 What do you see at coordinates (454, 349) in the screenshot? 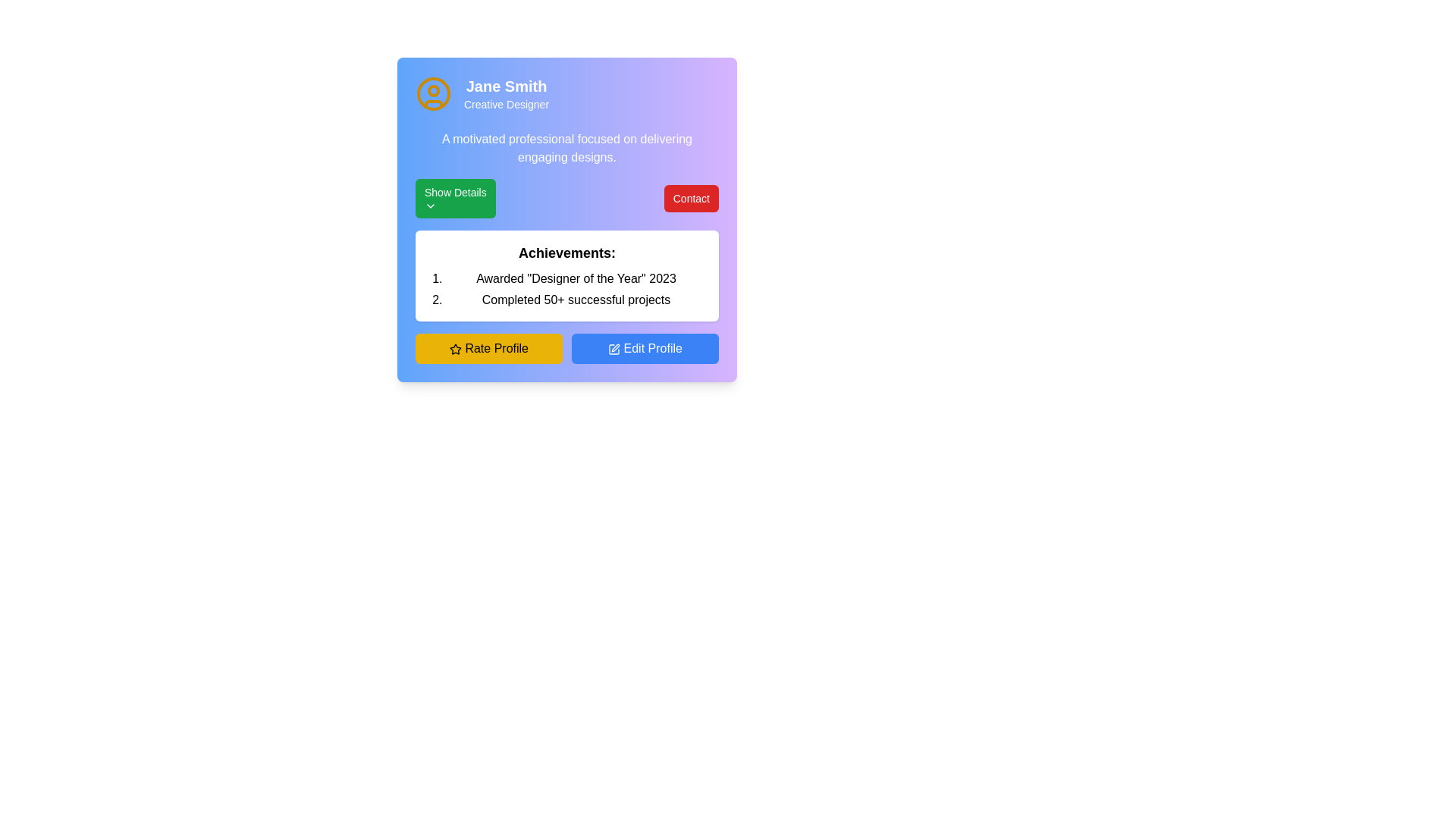
I see `the yellow star icon embedded in the 'Rate Profile' button located at the lower-left area of the profile card` at bounding box center [454, 349].